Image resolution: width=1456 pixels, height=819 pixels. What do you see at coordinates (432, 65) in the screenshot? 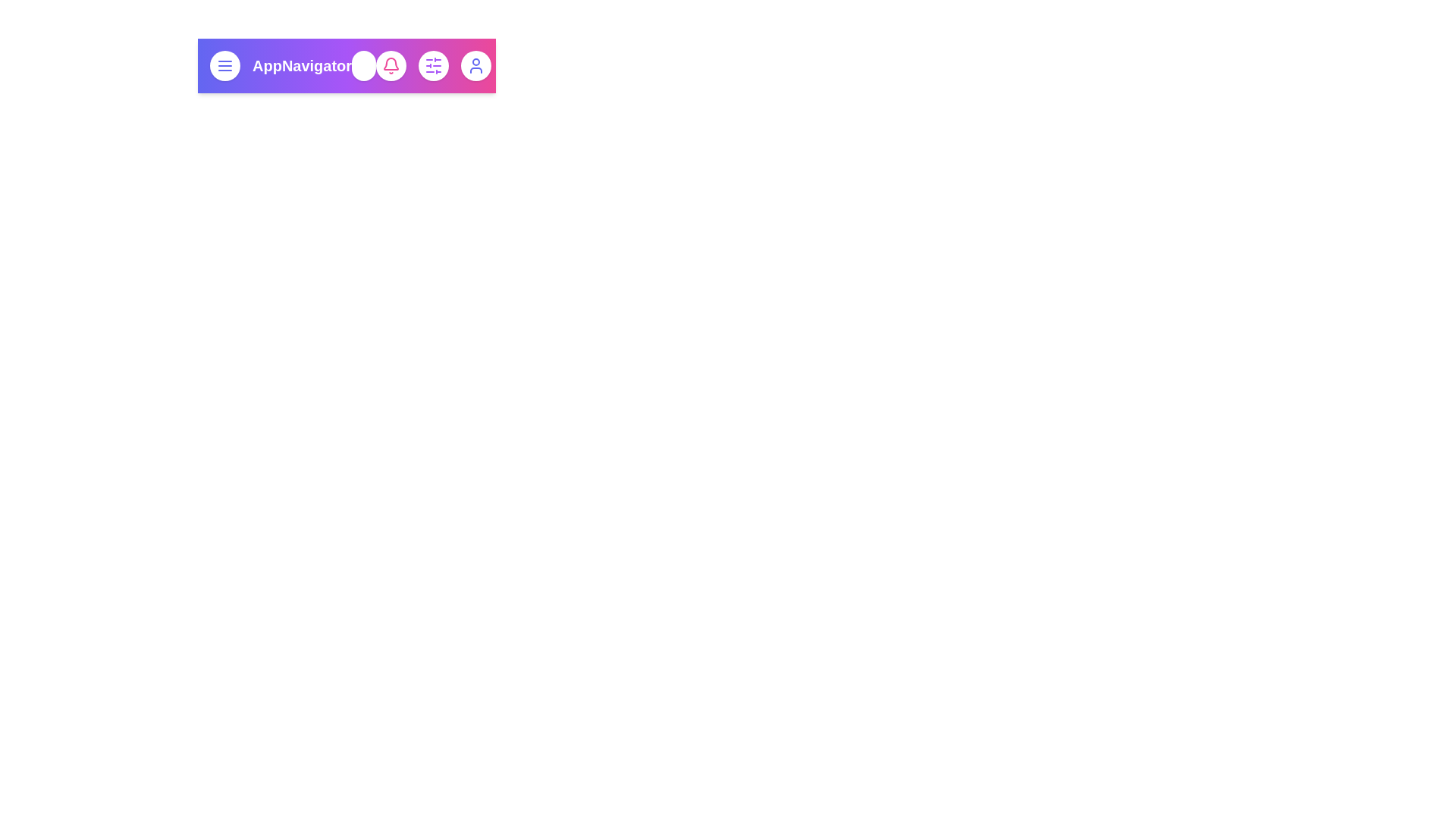
I see `the sliders icon to open the settings menu` at bounding box center [432, 65].